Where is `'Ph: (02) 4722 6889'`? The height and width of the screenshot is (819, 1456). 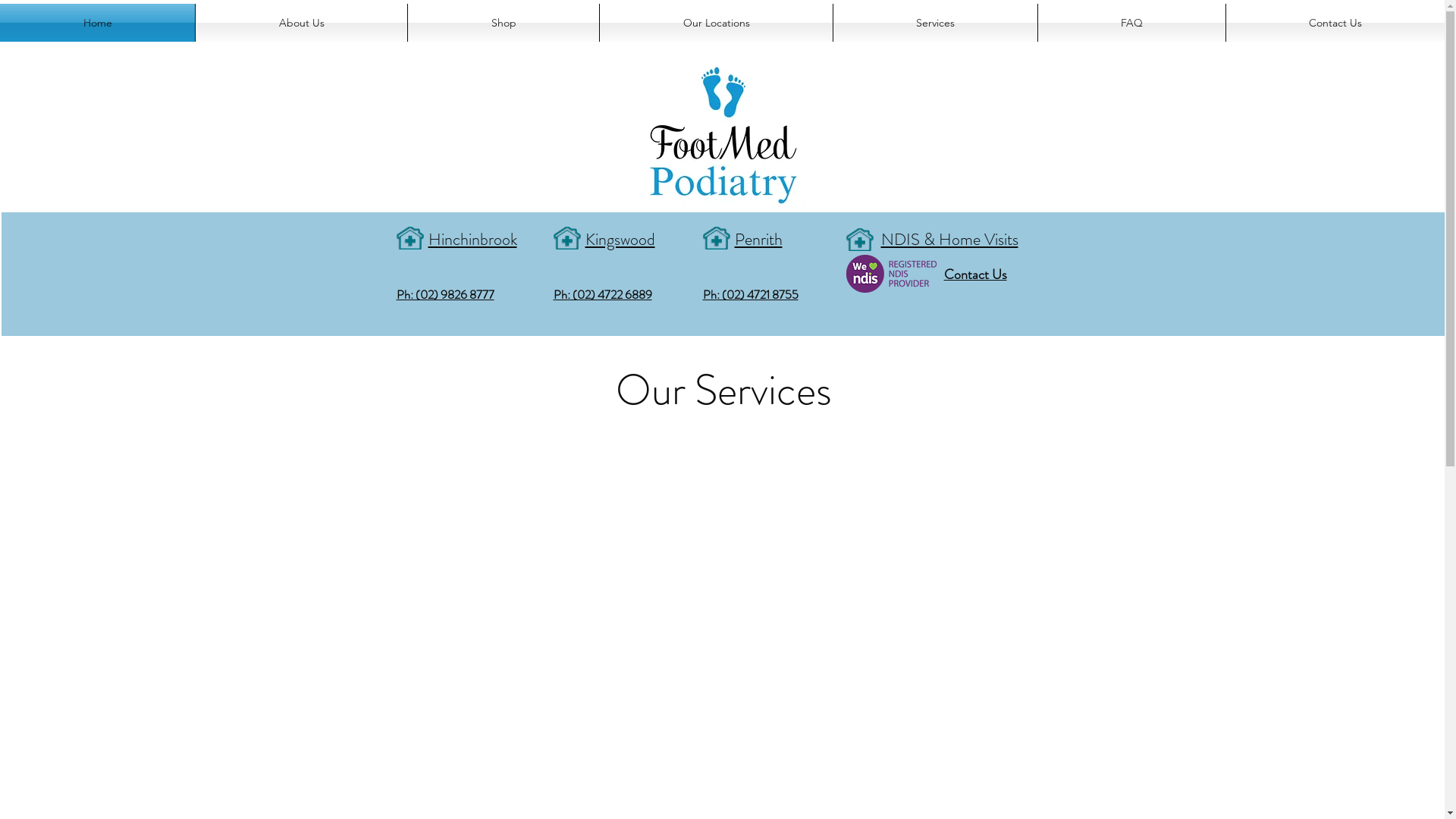 'Ph: (02) 4722 6889' is located at coordinates (552, 293).